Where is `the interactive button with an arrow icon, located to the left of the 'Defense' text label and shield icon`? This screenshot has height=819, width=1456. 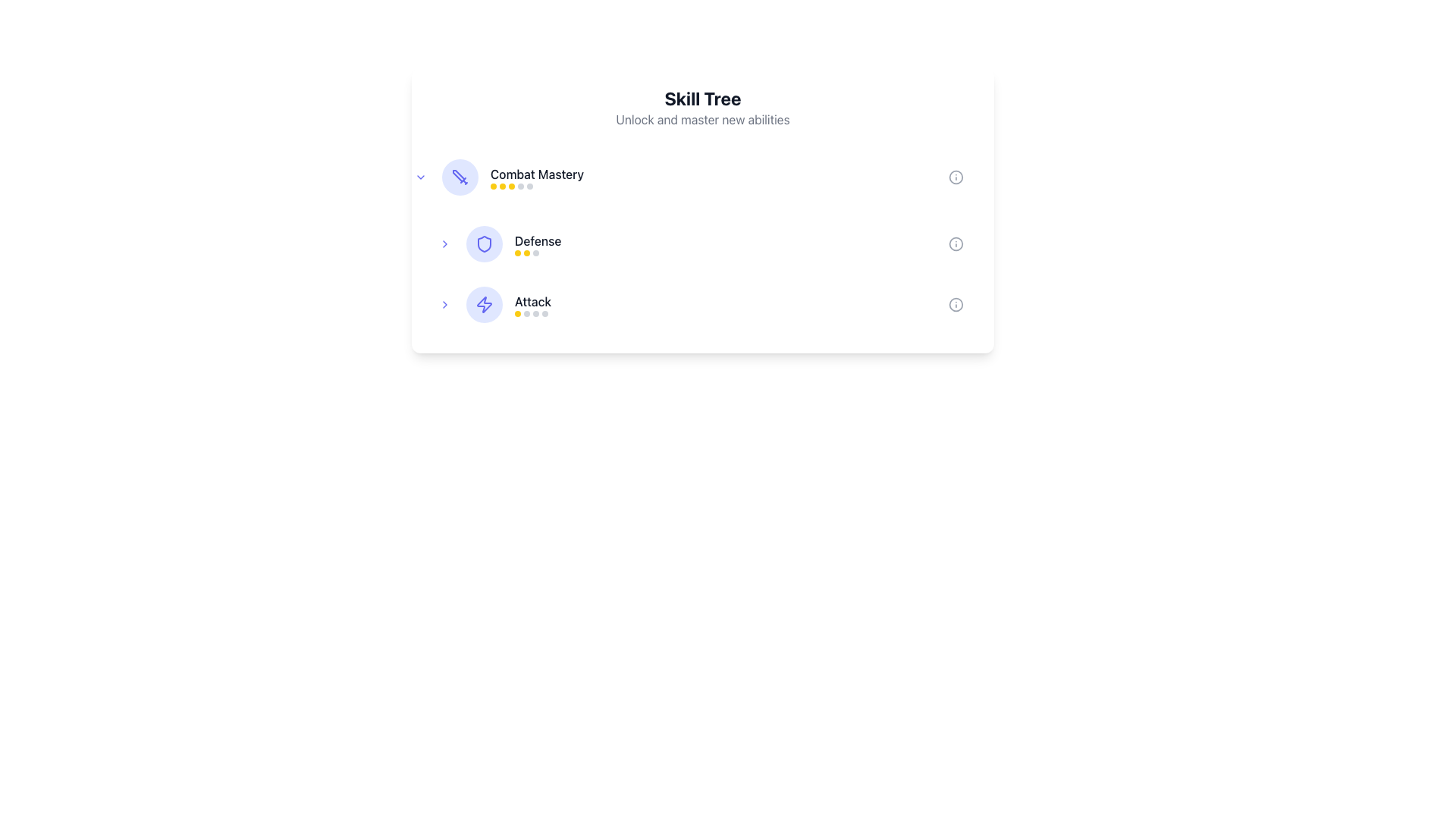
the interactive button with an arrow icon, located to the left of the 'Defense' text label and shield icon is located at coordinates (444, 243).